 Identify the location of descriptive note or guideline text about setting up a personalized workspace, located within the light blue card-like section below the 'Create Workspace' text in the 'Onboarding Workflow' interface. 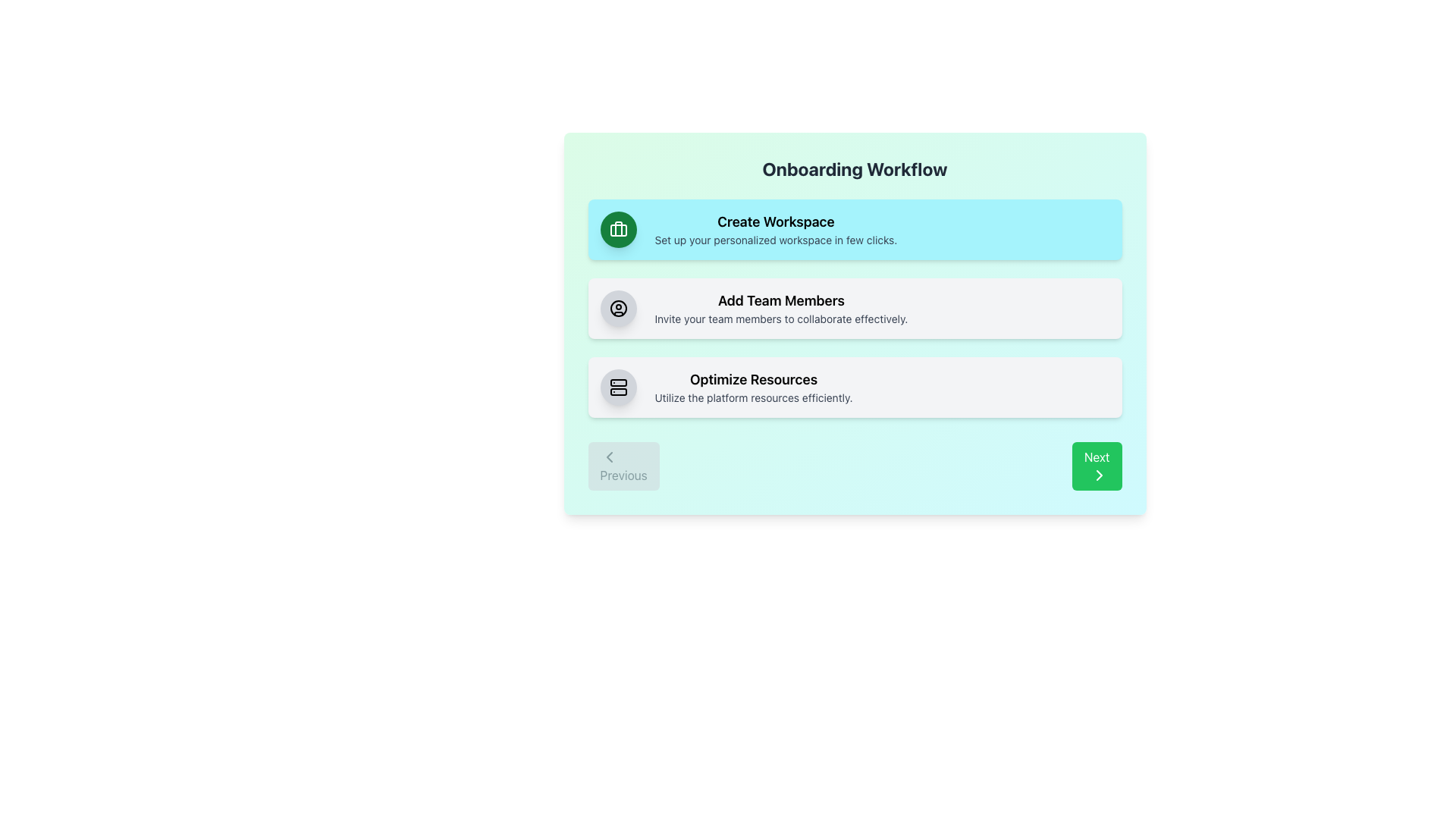
(776, 239).